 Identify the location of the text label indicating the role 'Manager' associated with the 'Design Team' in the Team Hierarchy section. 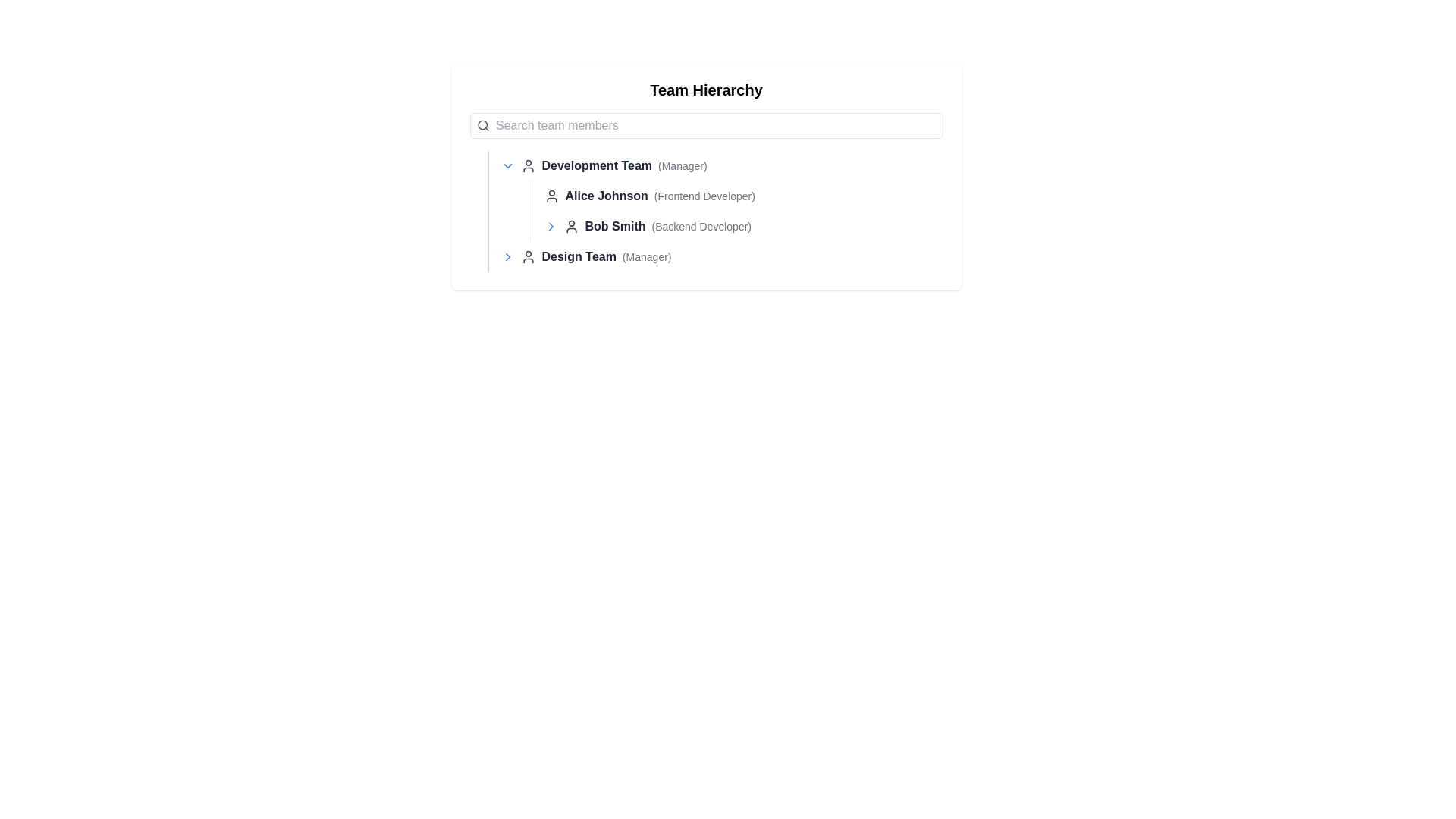
(647, 256).